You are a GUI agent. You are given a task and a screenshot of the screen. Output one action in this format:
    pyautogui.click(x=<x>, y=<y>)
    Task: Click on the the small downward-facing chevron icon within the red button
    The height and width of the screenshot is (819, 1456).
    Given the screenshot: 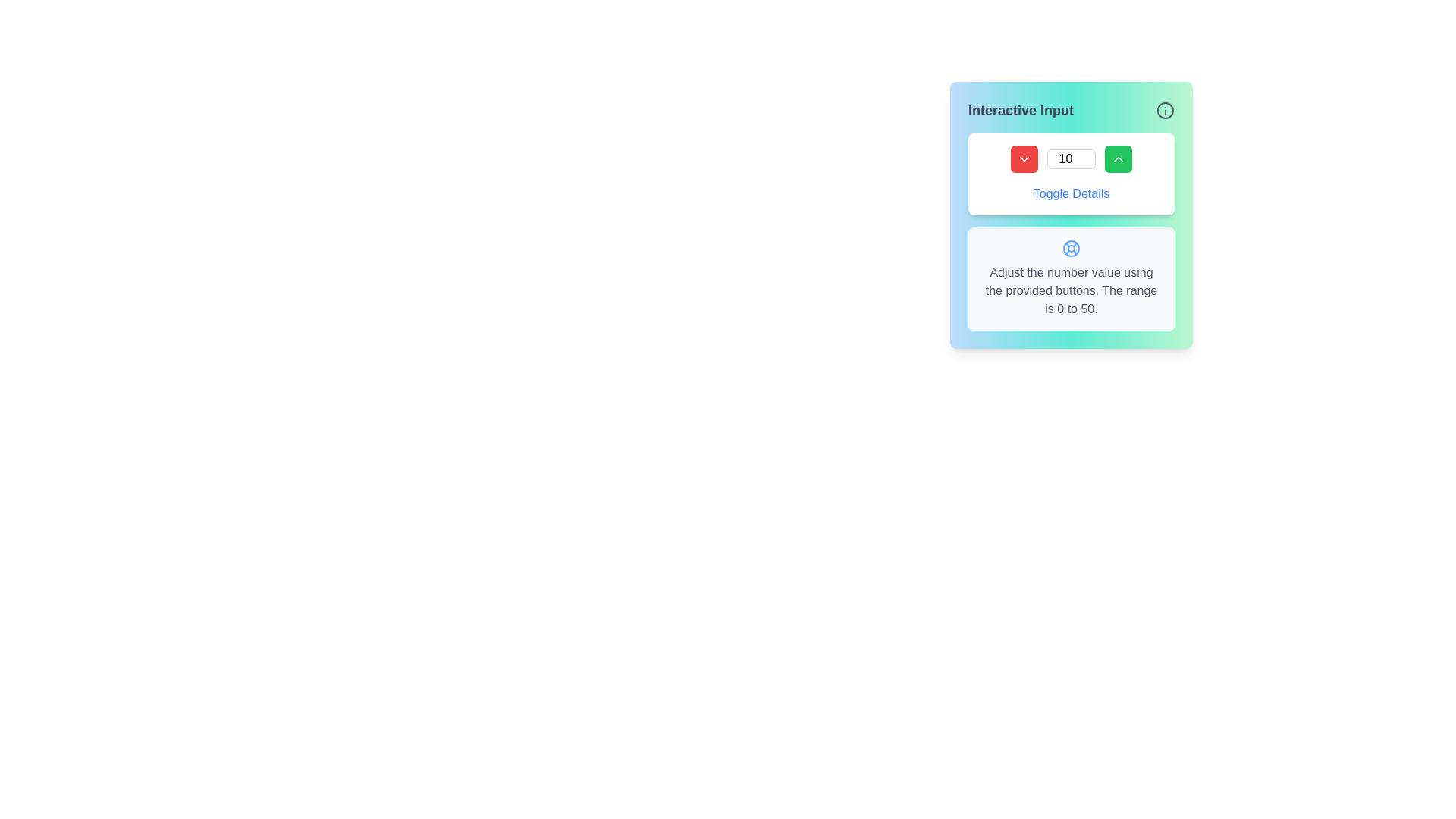 What is the action you would take?
    pyautogui.click(x=1024, y=158)
    